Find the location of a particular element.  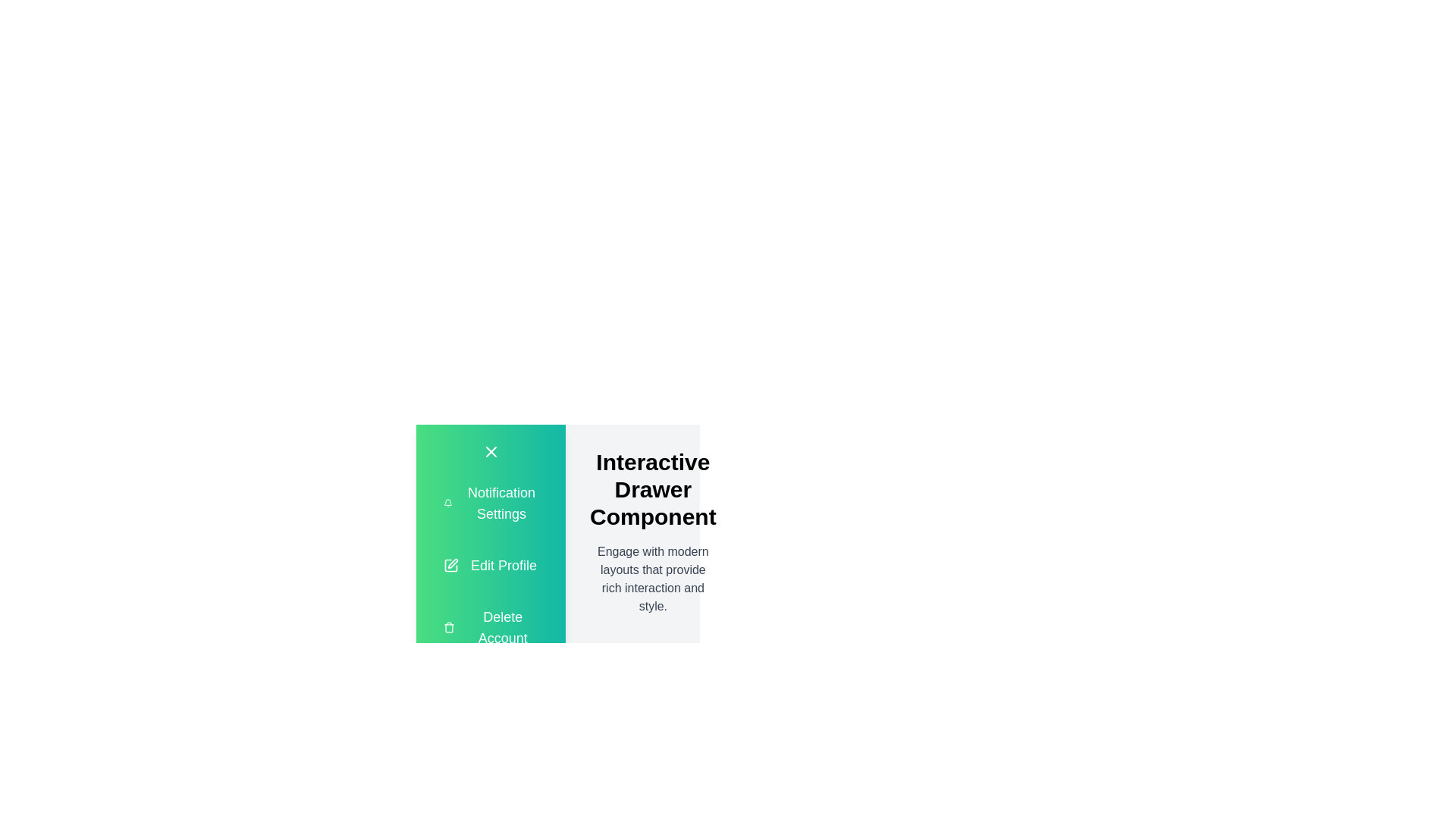

the 'Delete Account' option in the drawer is located at coordinates (491, 628).